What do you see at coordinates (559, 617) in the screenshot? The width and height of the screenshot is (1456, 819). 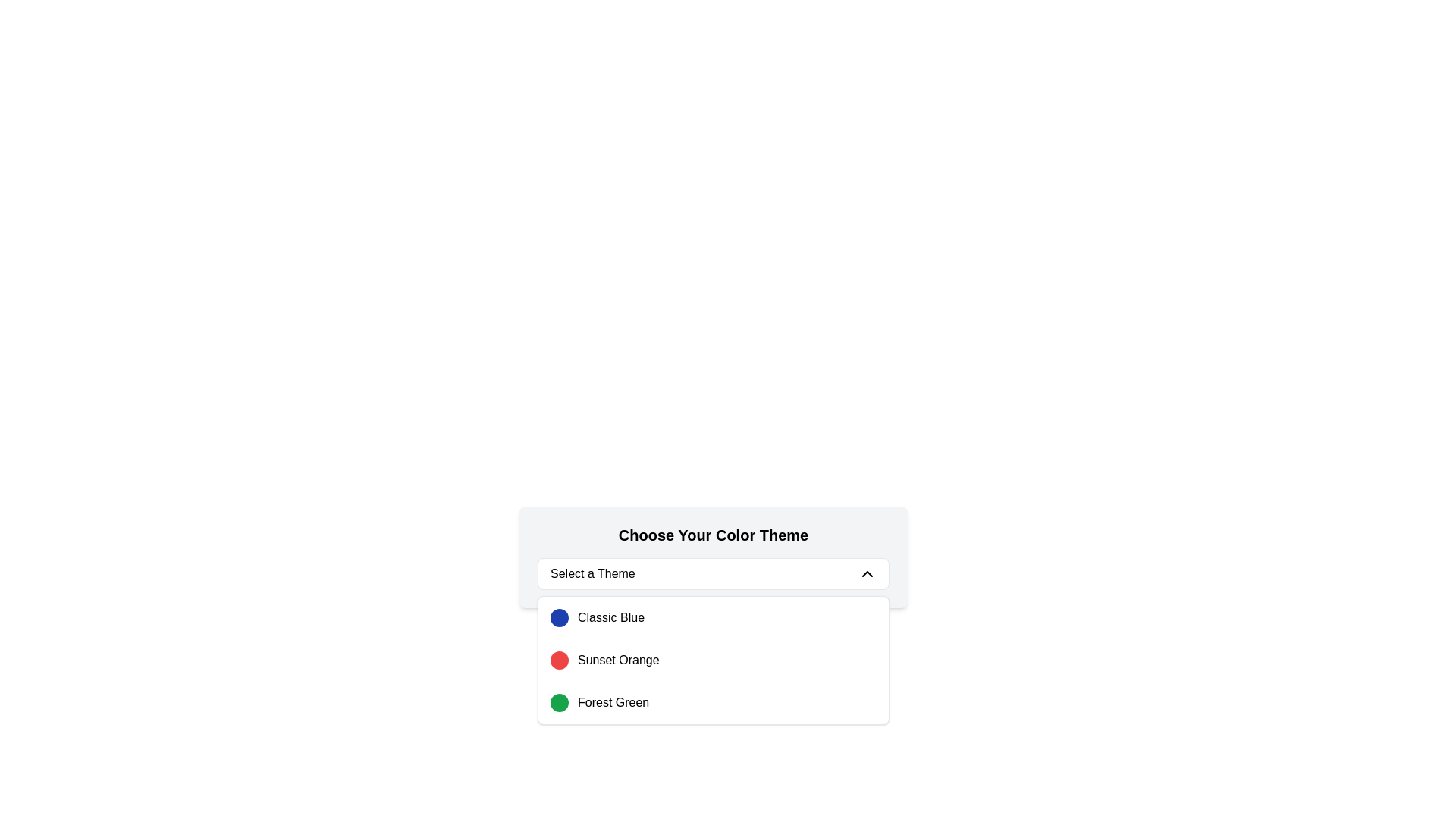 I see `the deep blue circular color indicator element located in the dropdown options under 'Choose Your Color Theme', aligned to the left of the label 'Classic Blue'` at bounding box center [559, 617].